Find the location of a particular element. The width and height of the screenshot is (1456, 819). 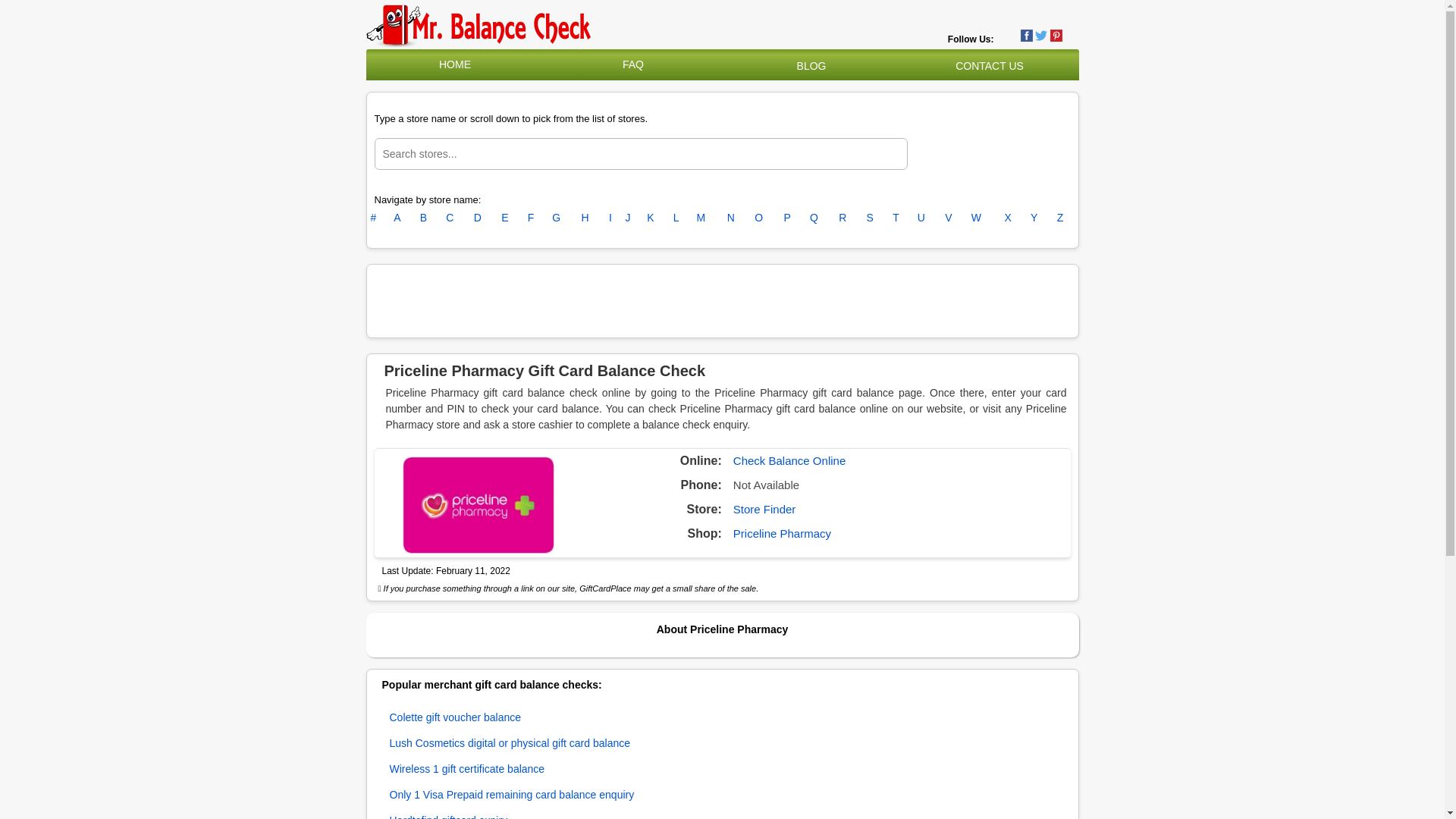

'X' is located at coordinates (1008, 217).